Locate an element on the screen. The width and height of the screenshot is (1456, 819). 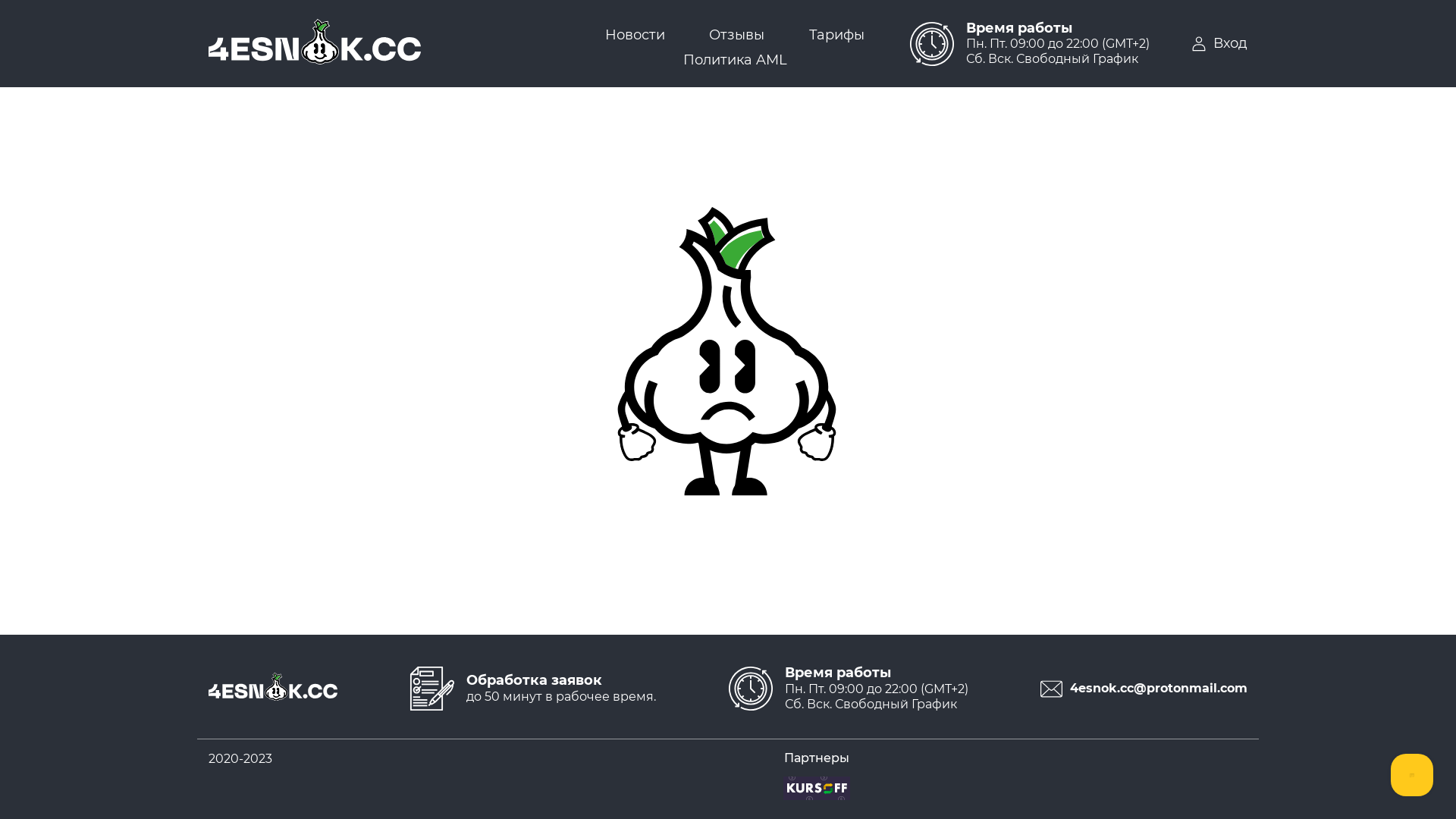
'4esnok.cc@protonmail.com' is located at coordinates (1137, 689).